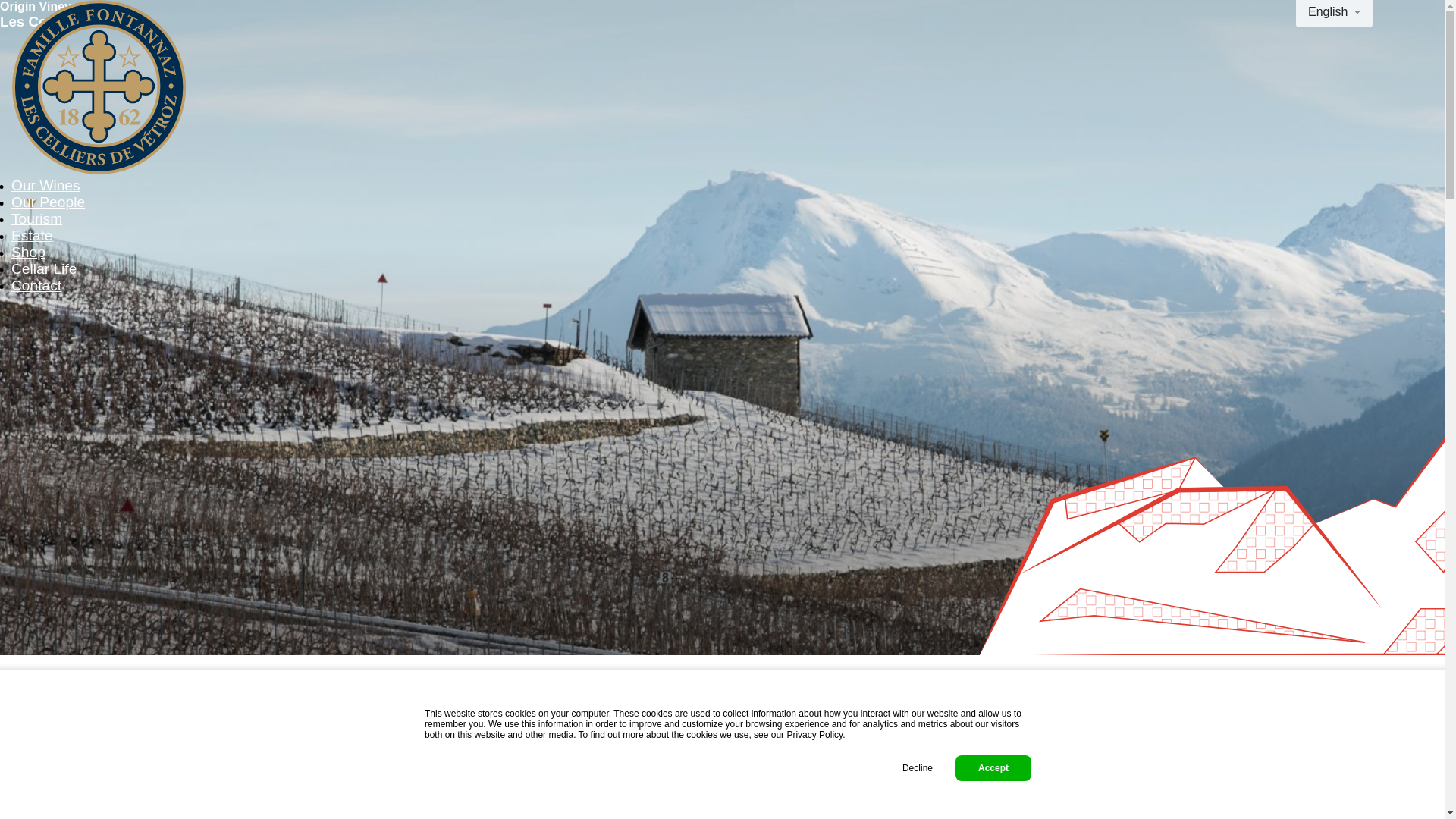 The width and height of the screenshot is (1456, 819). Describe the element at coordinates (11, 251) in the screenshot. I see `'Shop'` at that location.